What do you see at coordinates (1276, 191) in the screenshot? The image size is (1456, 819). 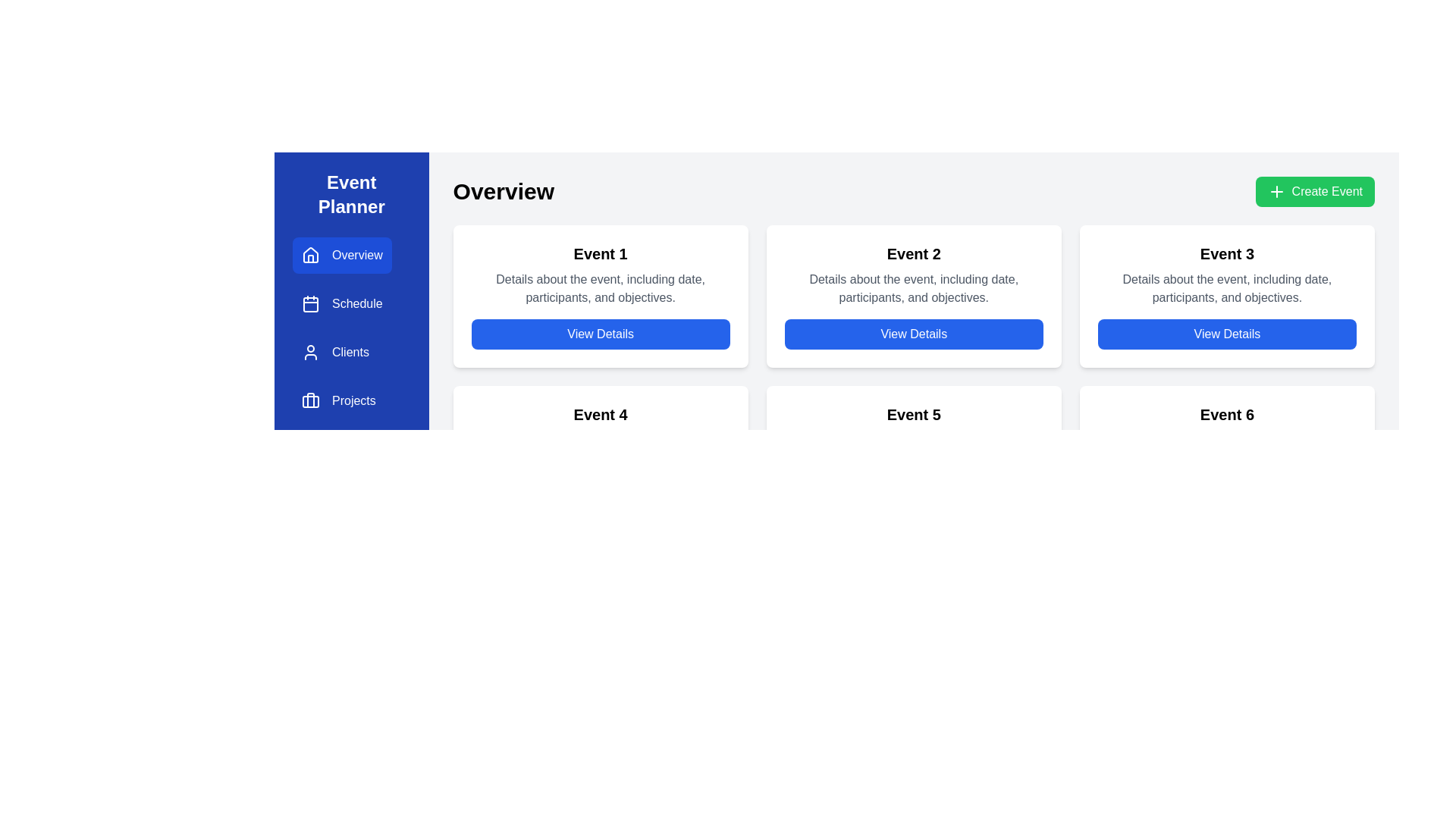 I see `the small plus icon within the green 'Create Event' button located at the top-right of the main content area to create a new event` at bounding box center [1276, 191].